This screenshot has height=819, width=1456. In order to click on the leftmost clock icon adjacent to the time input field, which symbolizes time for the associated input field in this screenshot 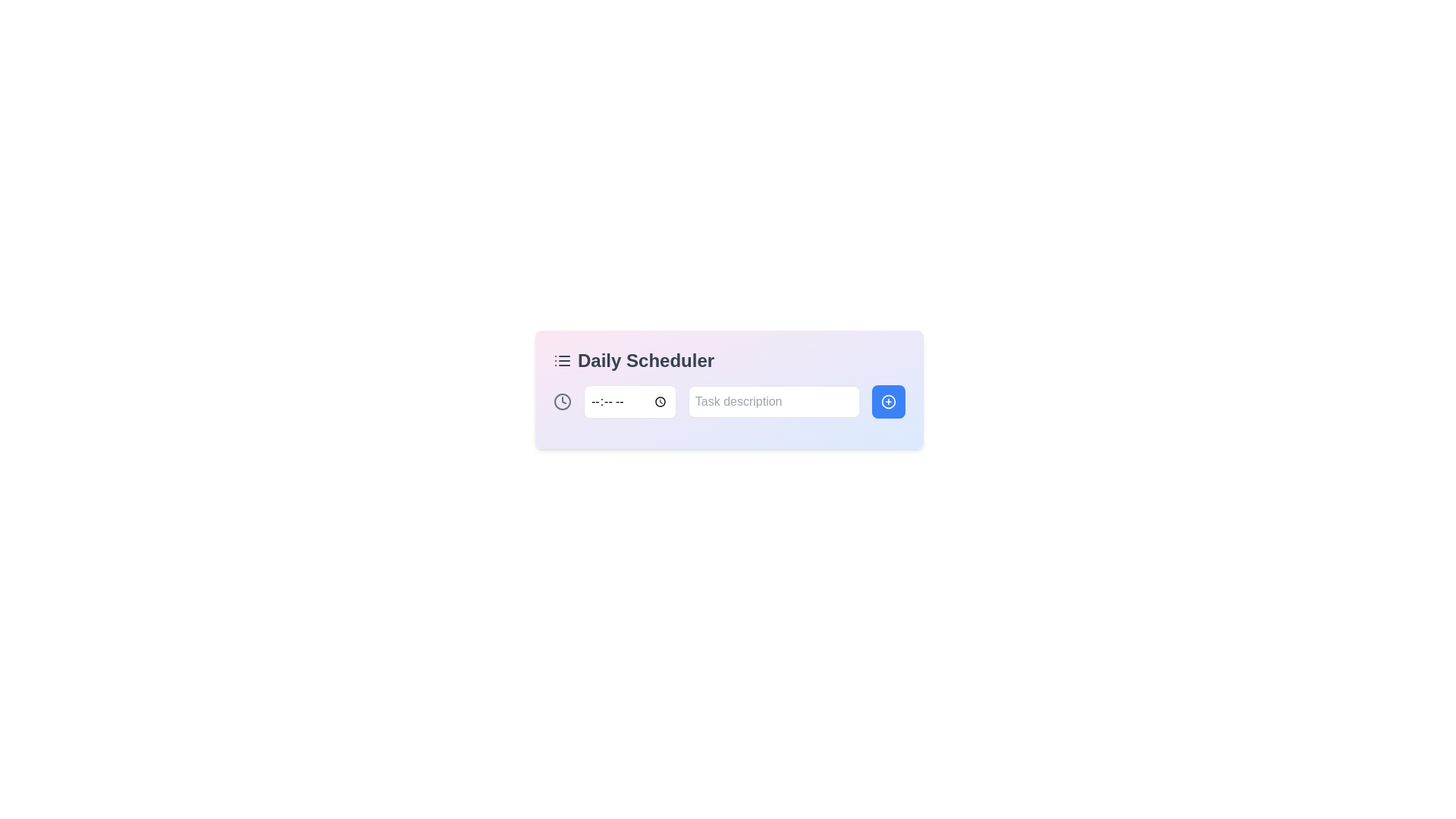, I will do `click(562, 400)`.